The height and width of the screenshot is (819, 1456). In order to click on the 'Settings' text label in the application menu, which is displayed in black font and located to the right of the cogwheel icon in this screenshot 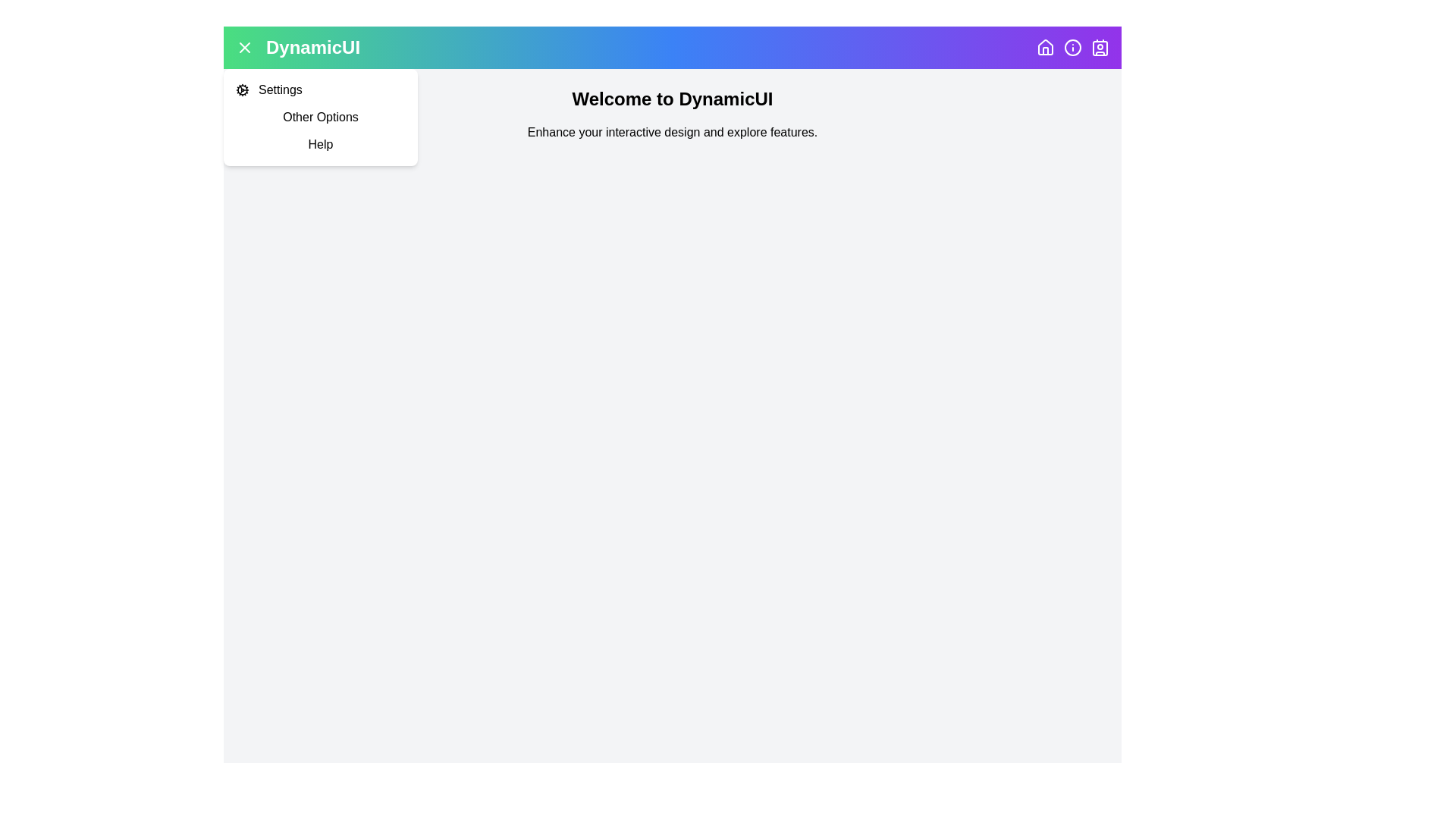, I will do `click(280, 90)`.